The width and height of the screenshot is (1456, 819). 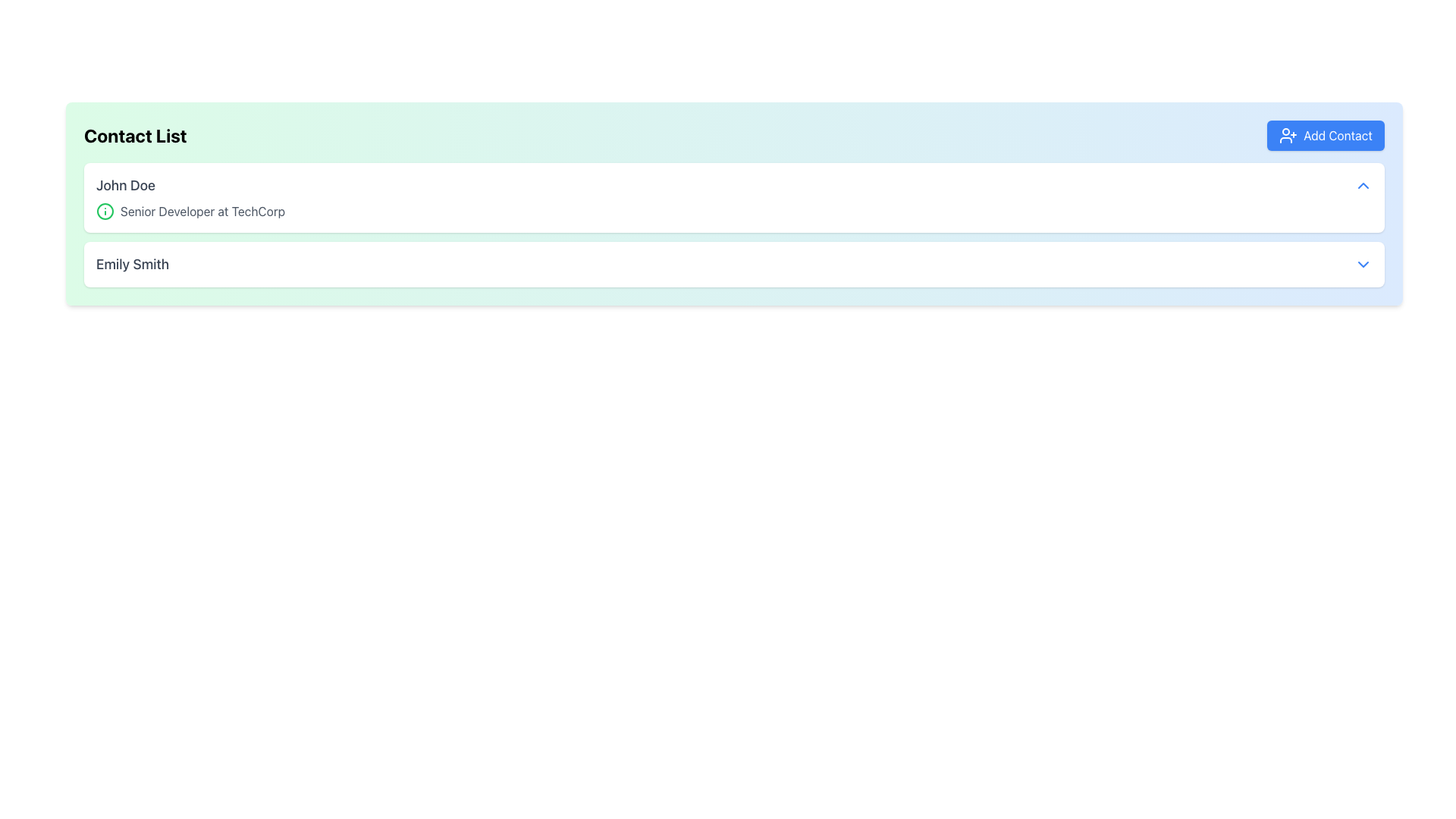 What do you see at coordinates (105, 211) in the screenshot?
I see `the information icon located in front of the text 'Senior Developer at TechCorp' associated with user John Doe in the second line of the 'Contact List' interface` at bounding box center [105, 211].